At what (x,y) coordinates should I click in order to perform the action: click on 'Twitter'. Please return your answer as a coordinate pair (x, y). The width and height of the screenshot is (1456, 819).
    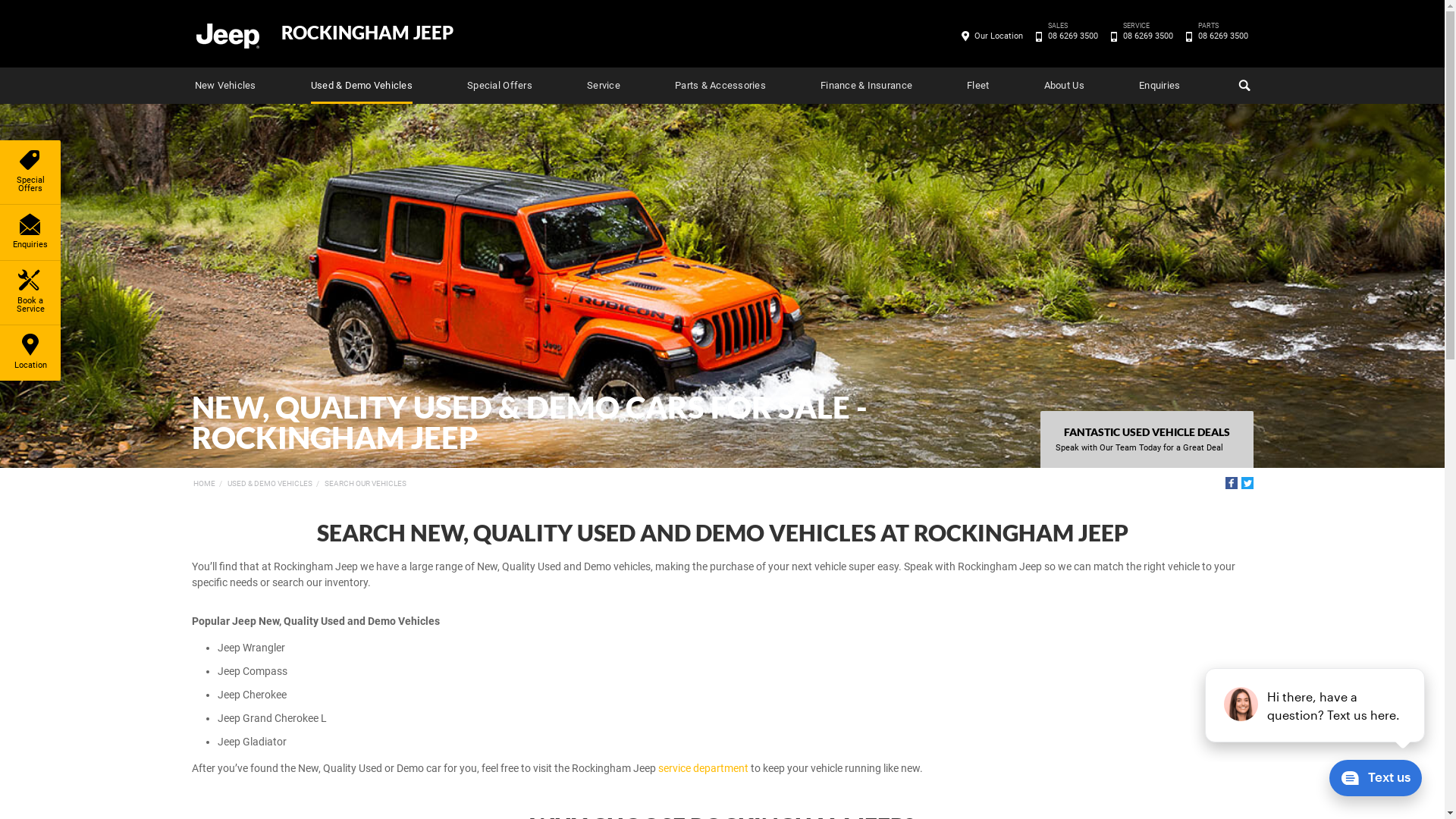
    Looking at the image, I should click on (1246, 482).